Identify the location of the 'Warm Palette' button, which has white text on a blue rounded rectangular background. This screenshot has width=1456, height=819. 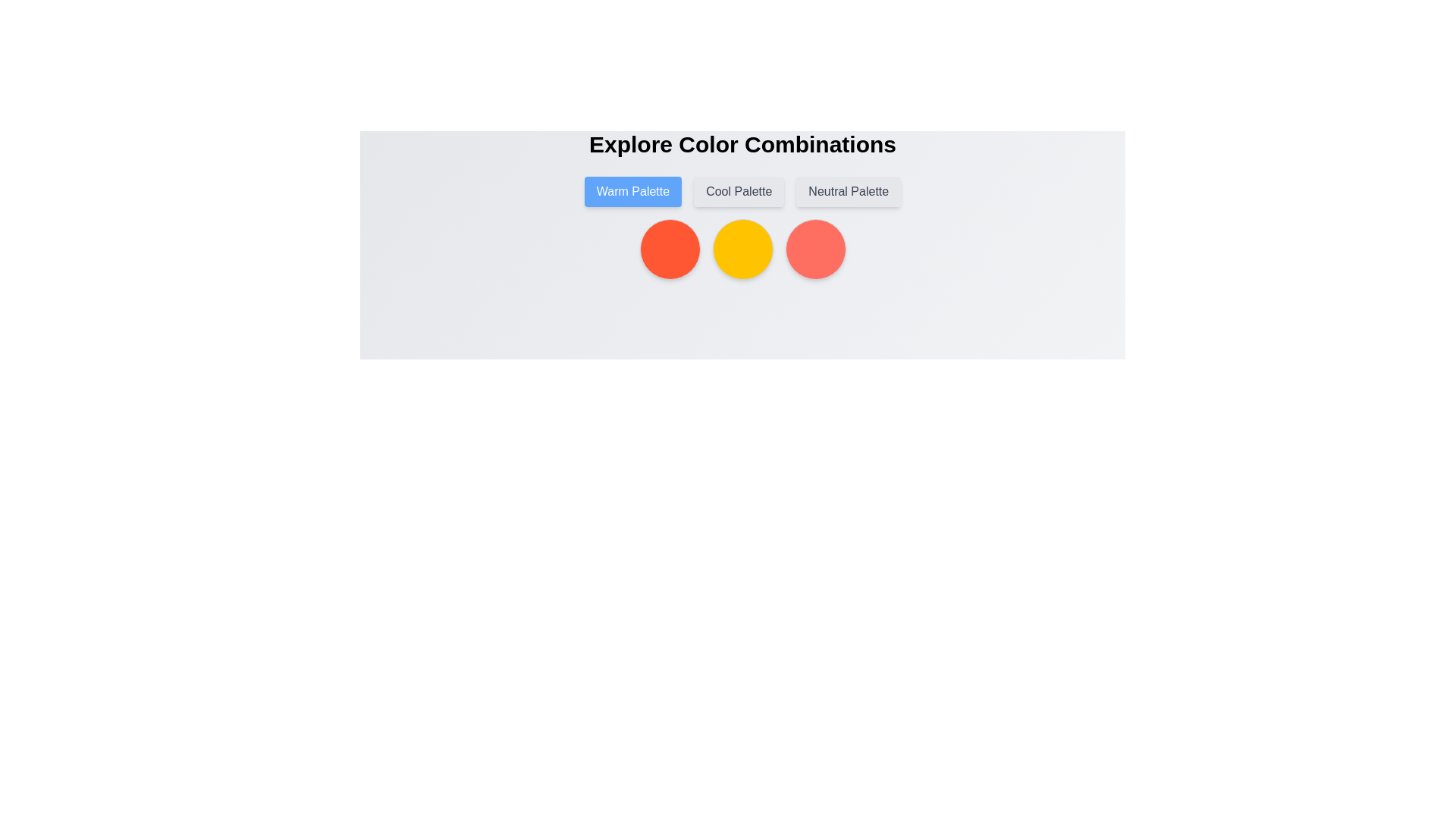
(633, 191).